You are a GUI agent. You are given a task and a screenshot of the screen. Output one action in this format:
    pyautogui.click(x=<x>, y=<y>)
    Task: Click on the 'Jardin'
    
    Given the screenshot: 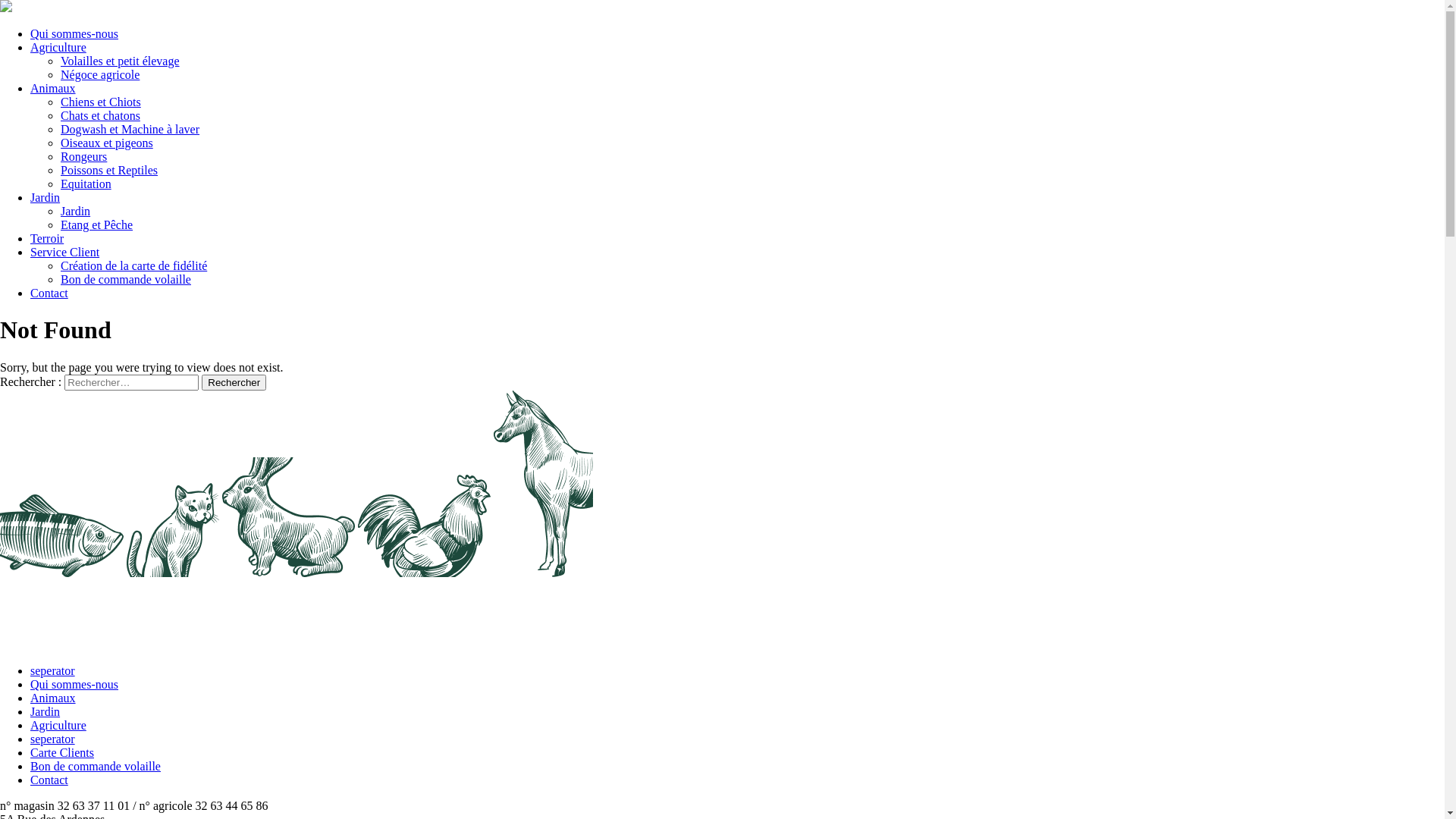 What is the action you would take?
    pyautogui.click(x=74, y=211)
    